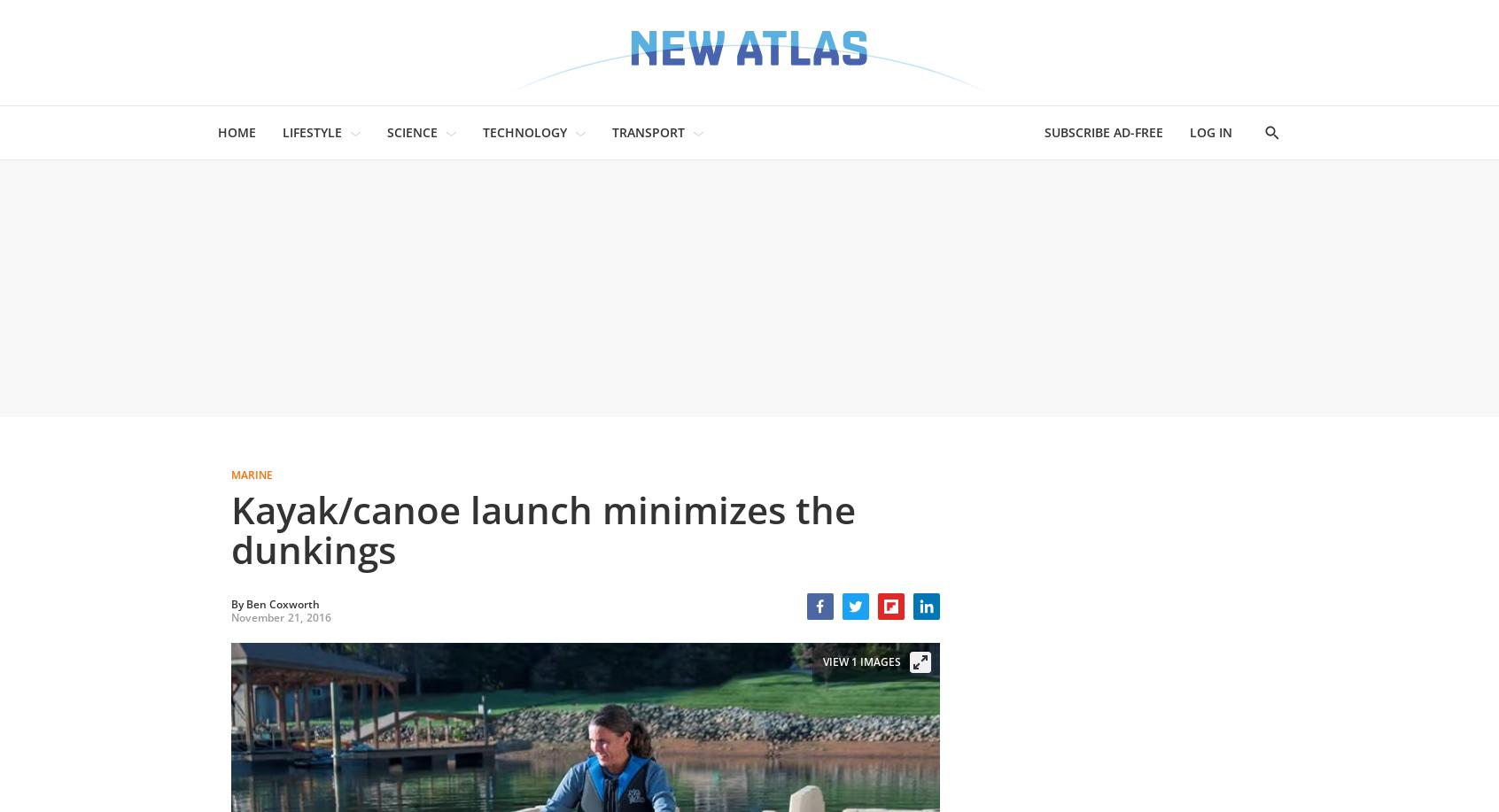 The width and height of the screenshot is (1499, 812). Describe the element at coordinates (542, 528) in the screenshot. I see `'Kayak/canoe launch minimizes the dunkings'` at that location.